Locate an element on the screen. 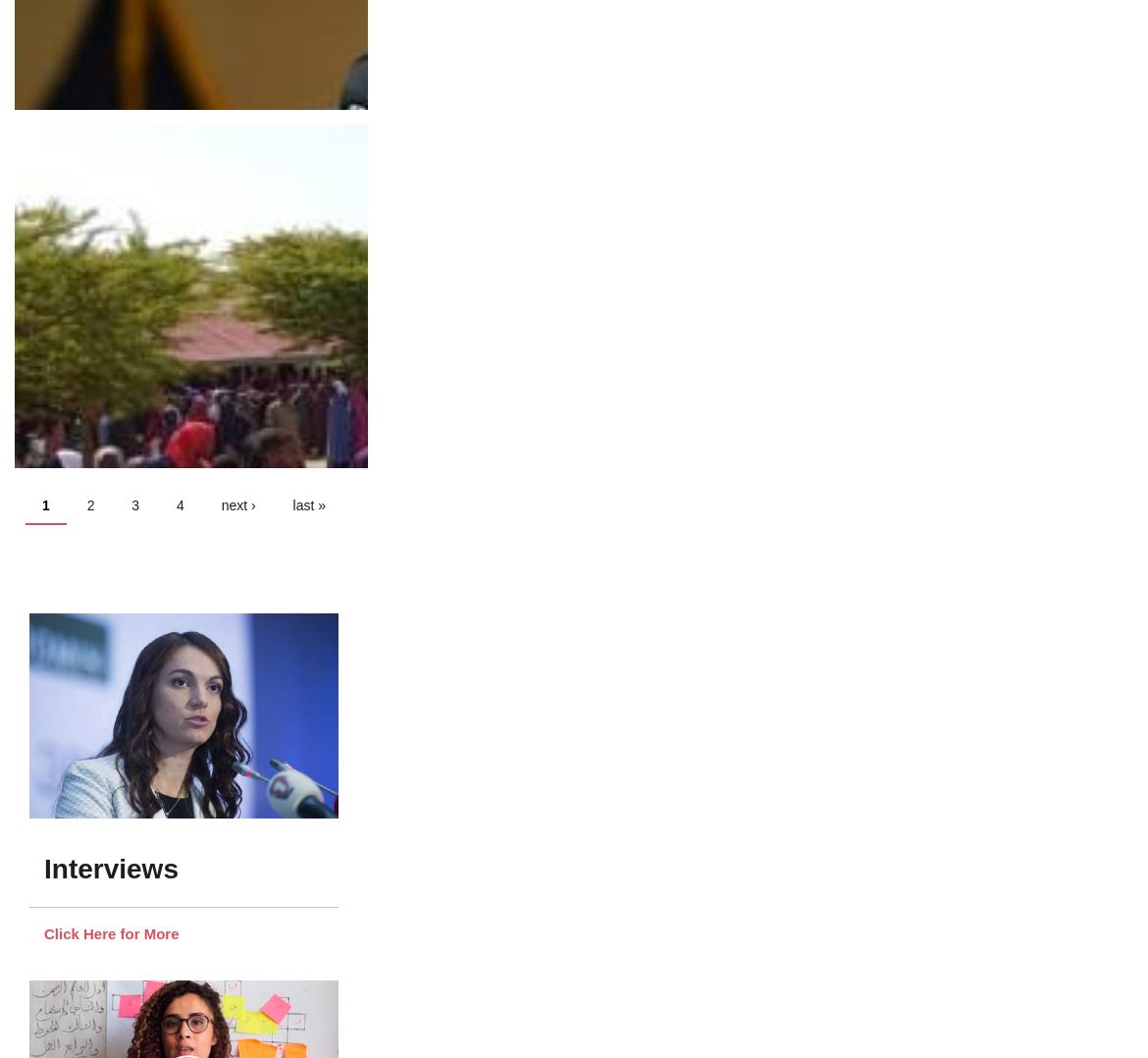 The image size is (1148, 1058). 'How two black women conquered US Senate primary politics' is located at coordinates (233, 485).